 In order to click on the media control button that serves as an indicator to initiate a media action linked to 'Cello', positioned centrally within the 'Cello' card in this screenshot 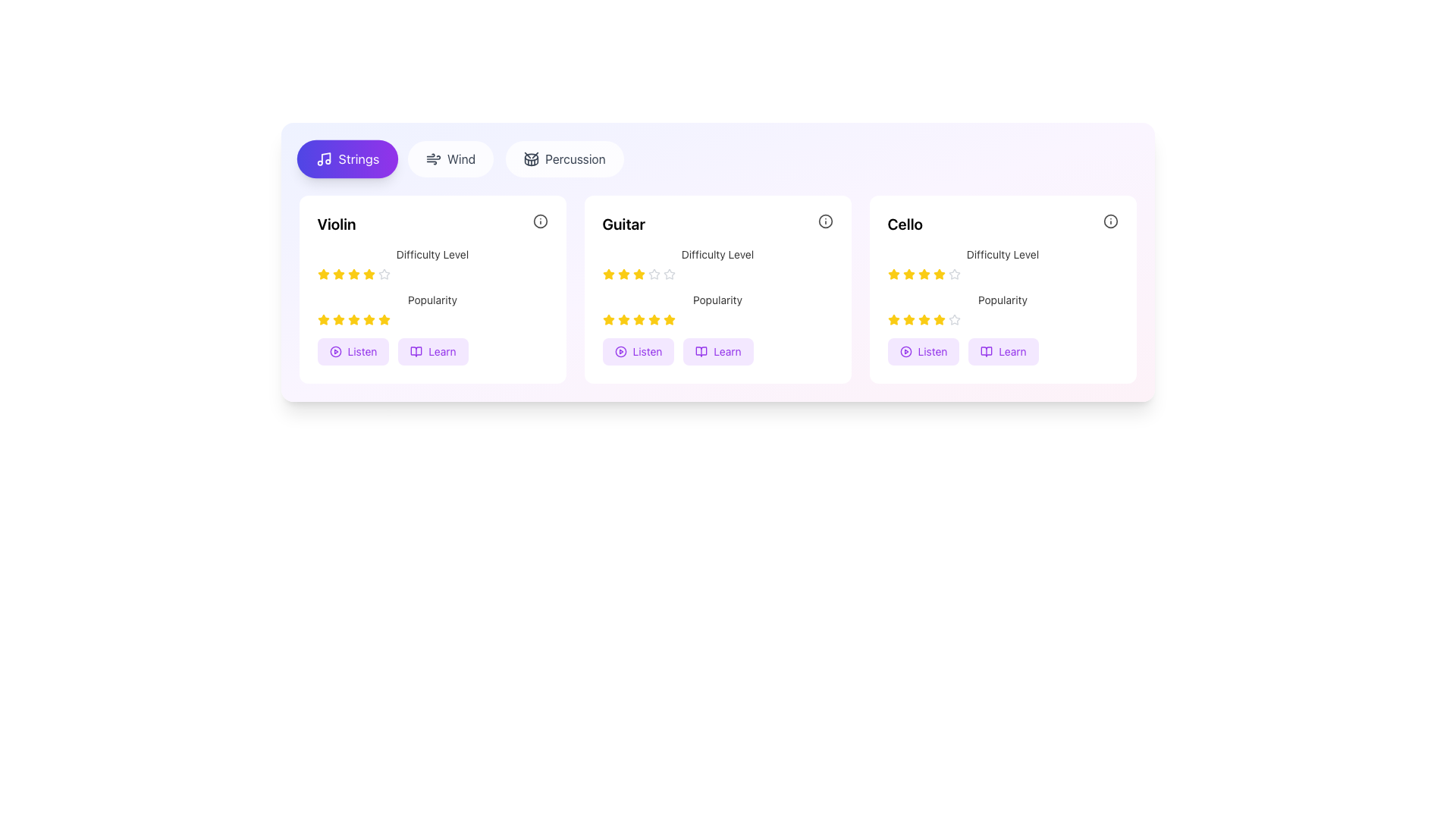, I will do `click(905, 351)`.